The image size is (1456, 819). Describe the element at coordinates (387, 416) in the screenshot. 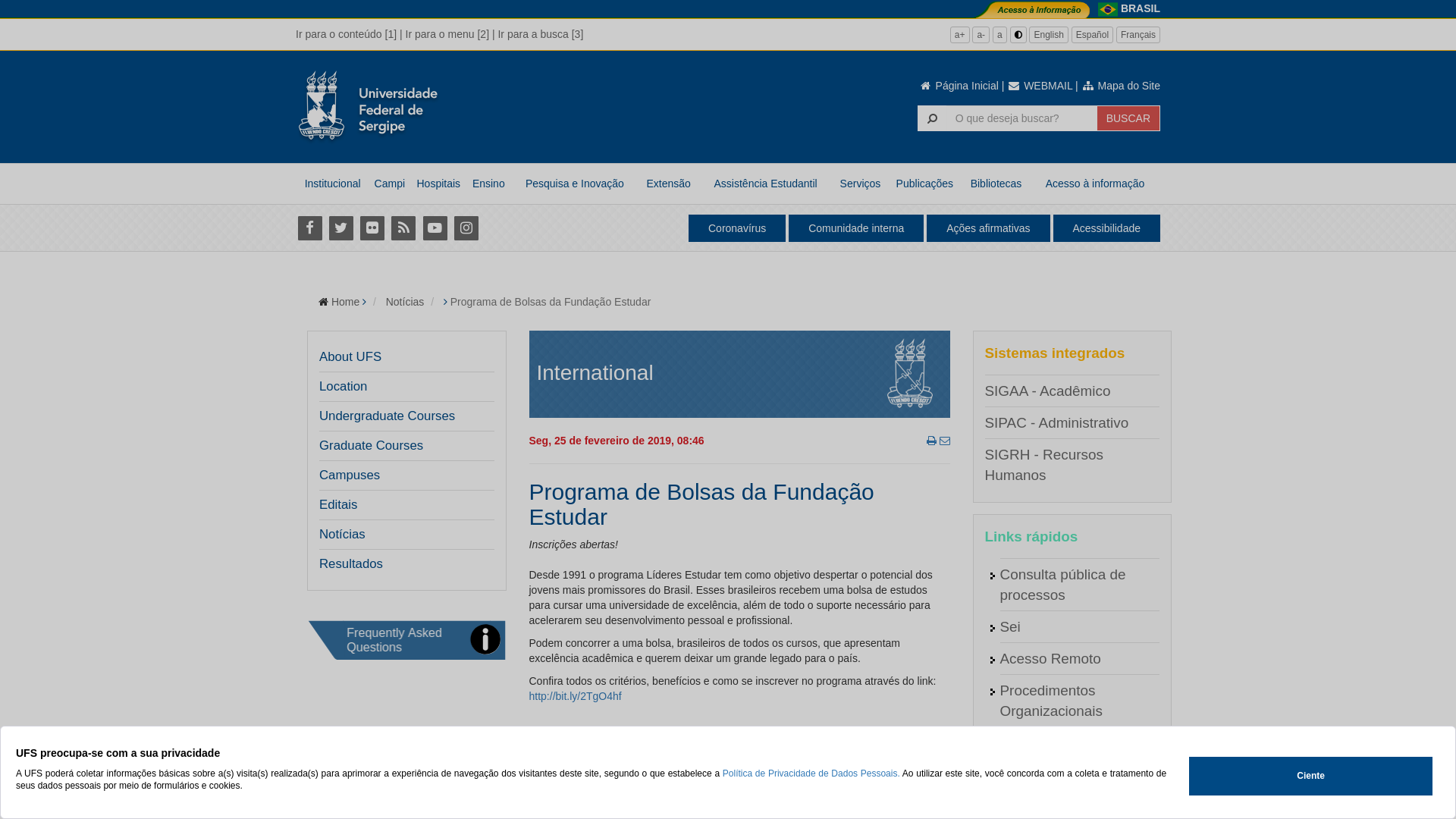

I see `'Undergraduate Courses'` at that location.